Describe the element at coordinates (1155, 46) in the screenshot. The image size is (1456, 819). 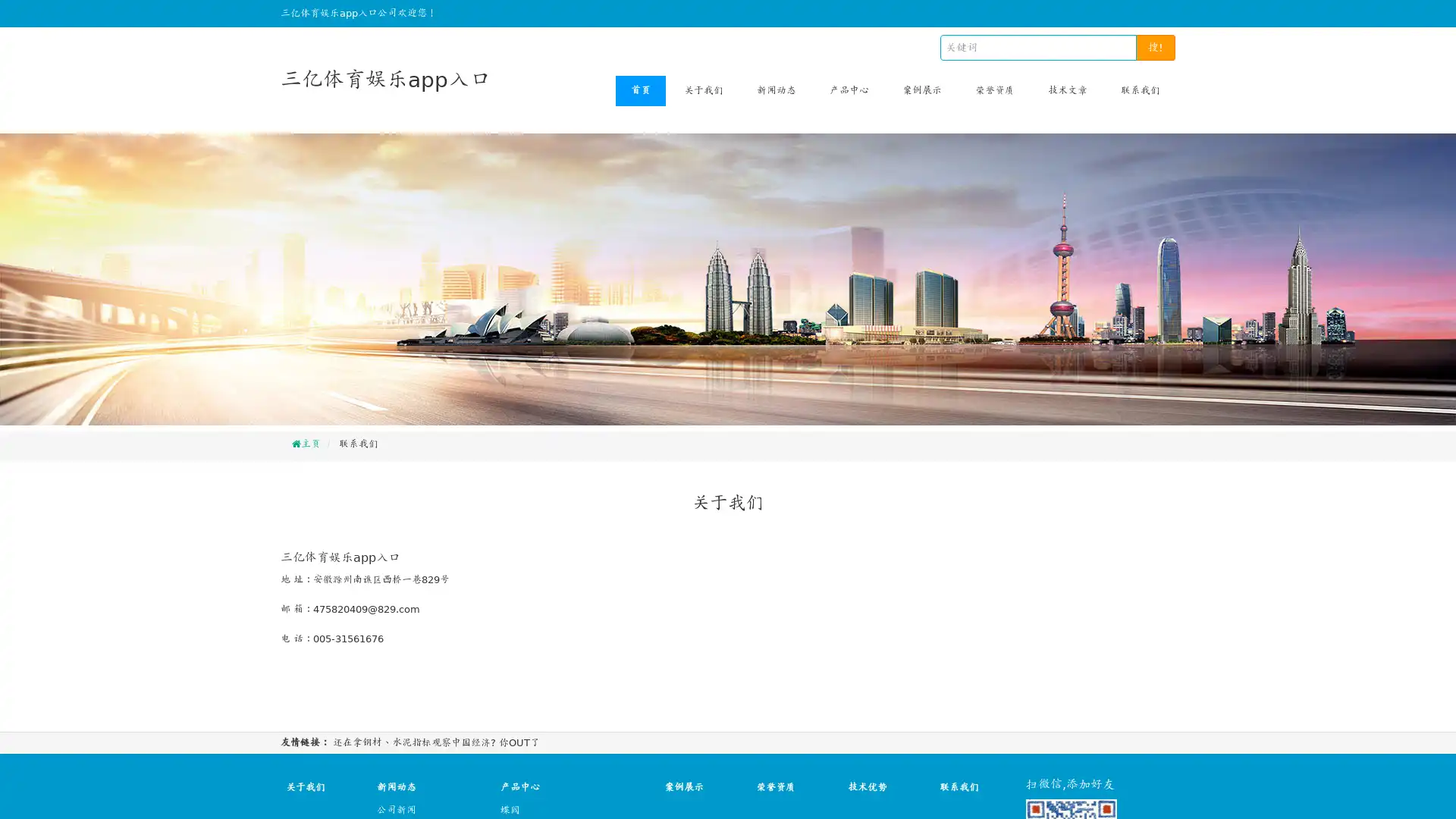
I see `!` at that location.